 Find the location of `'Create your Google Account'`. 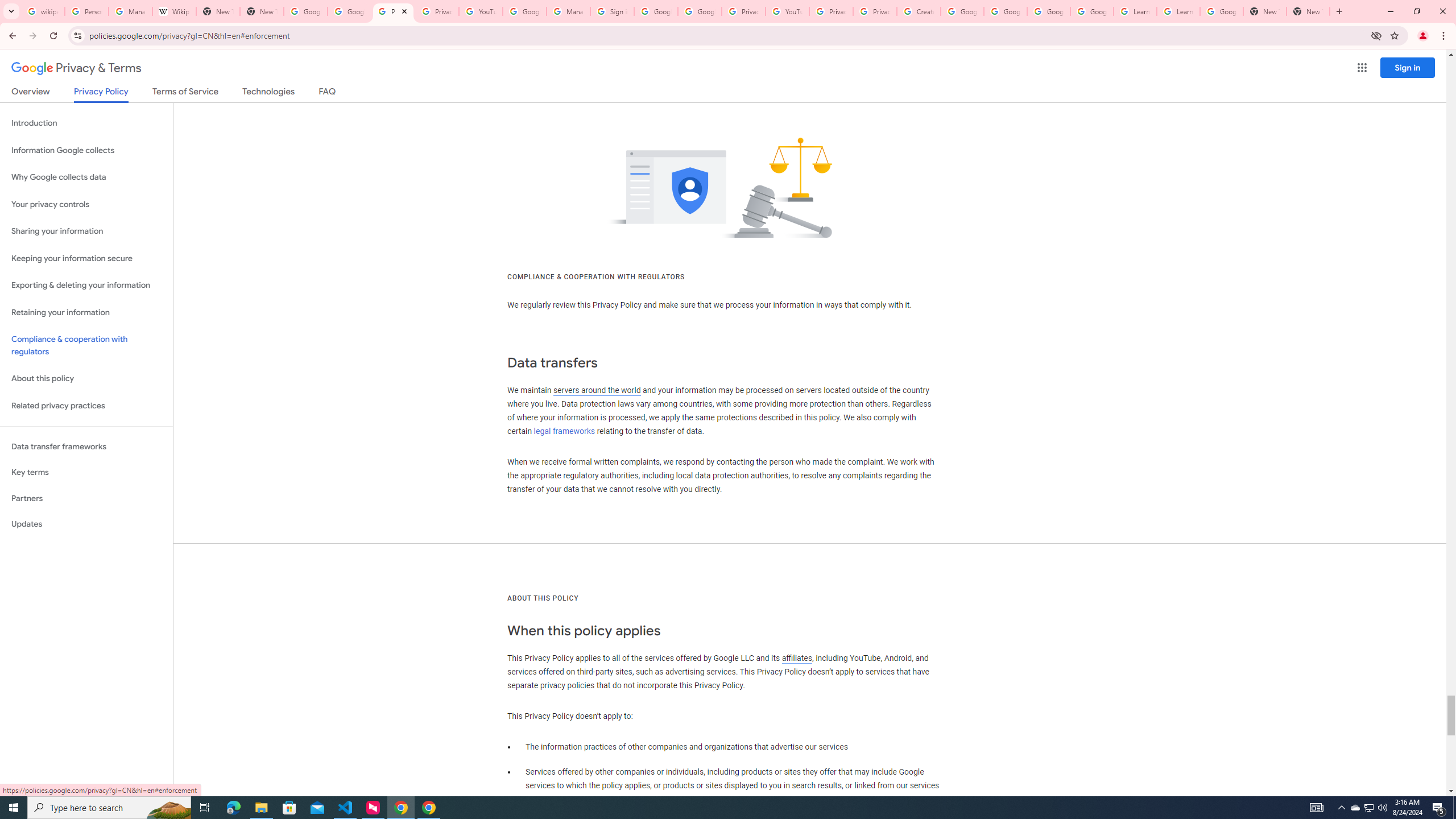

'Create your Google Account' is located at coordinates (918, 11).